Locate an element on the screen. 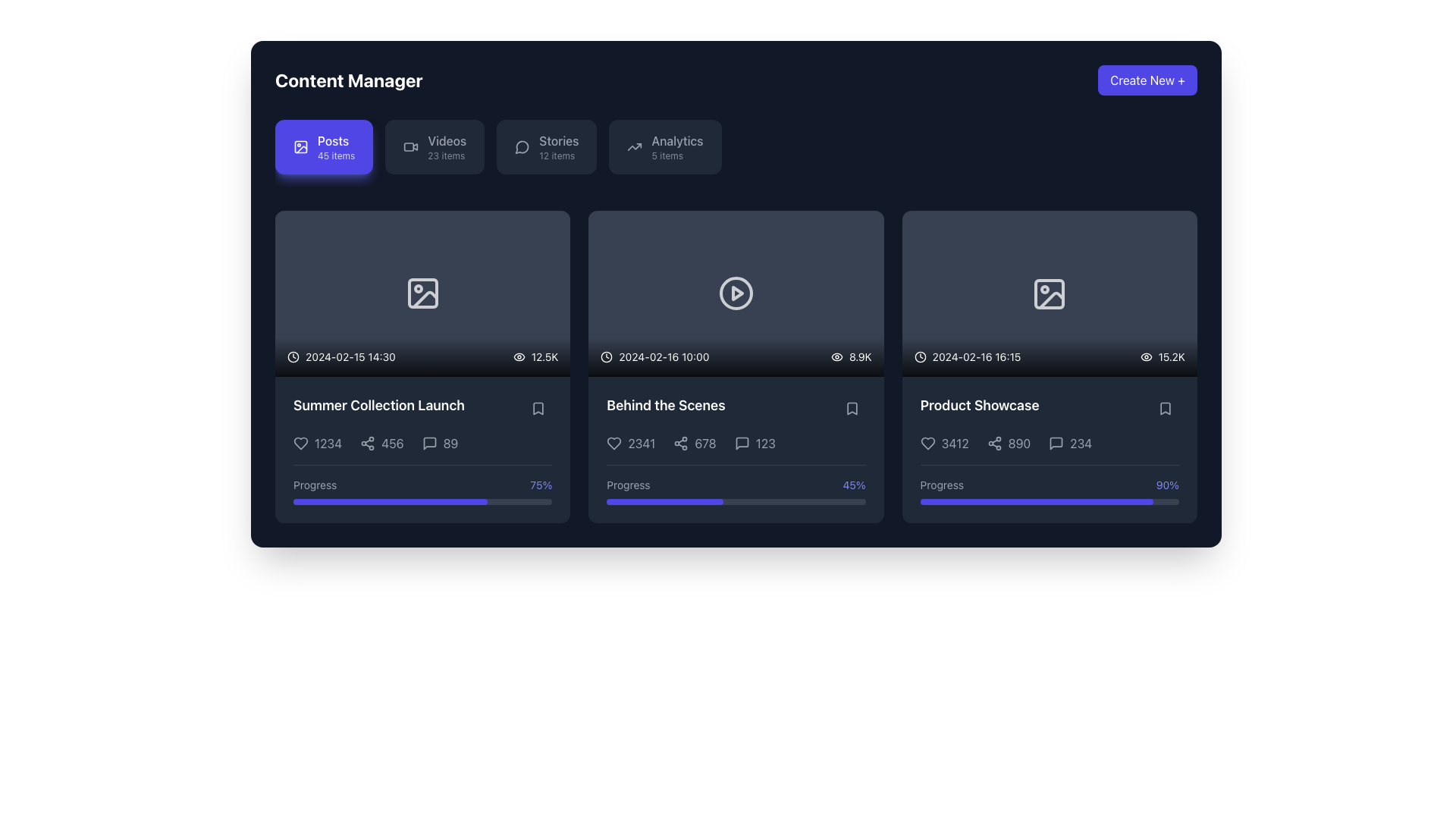  the informational footer bar located at the bottom of the middle card in the grid layout of the content manager interface is located at coordinates (736, 356).